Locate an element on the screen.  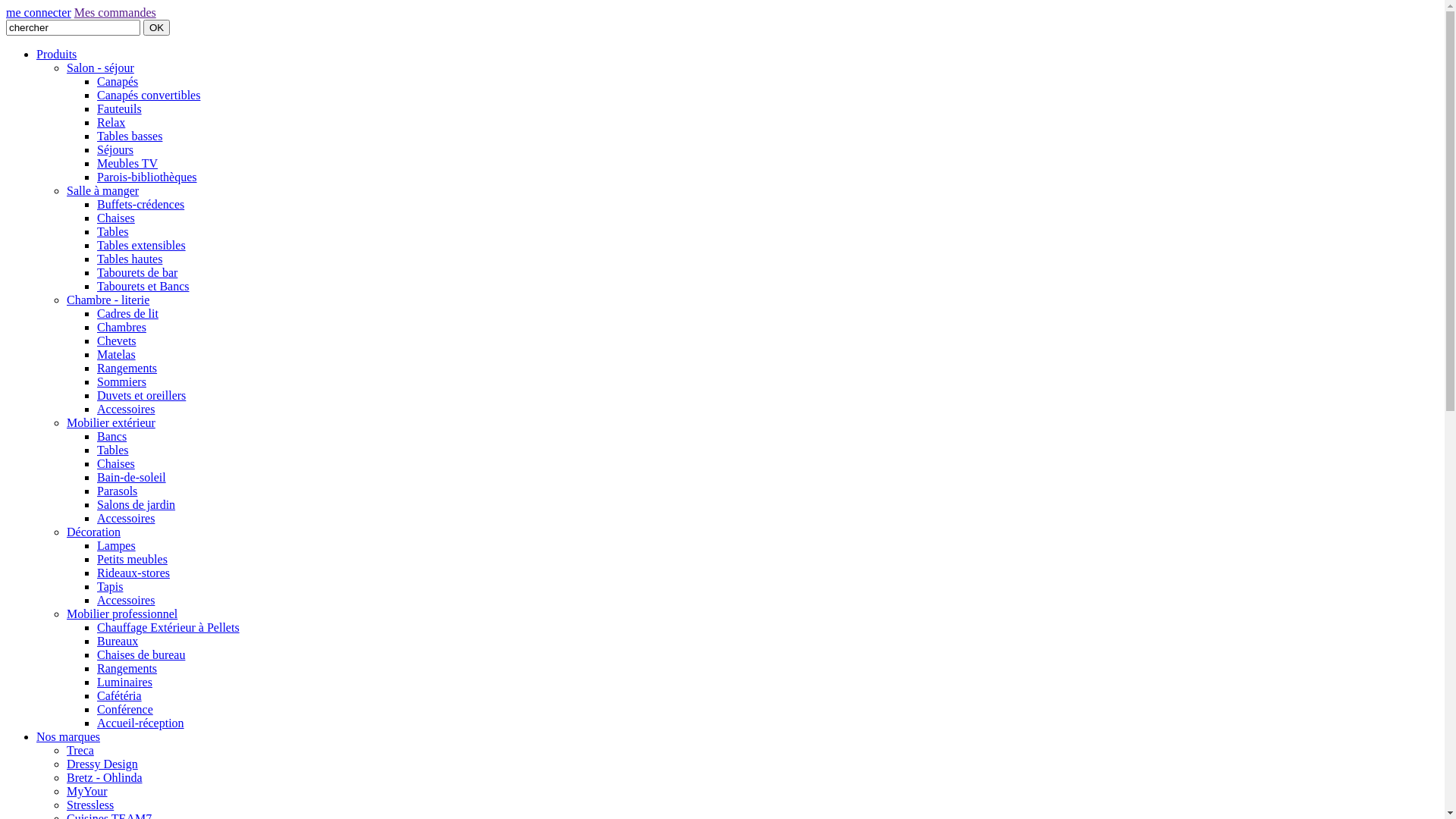
'Tables hautes' is located at coordinates (130, 258).